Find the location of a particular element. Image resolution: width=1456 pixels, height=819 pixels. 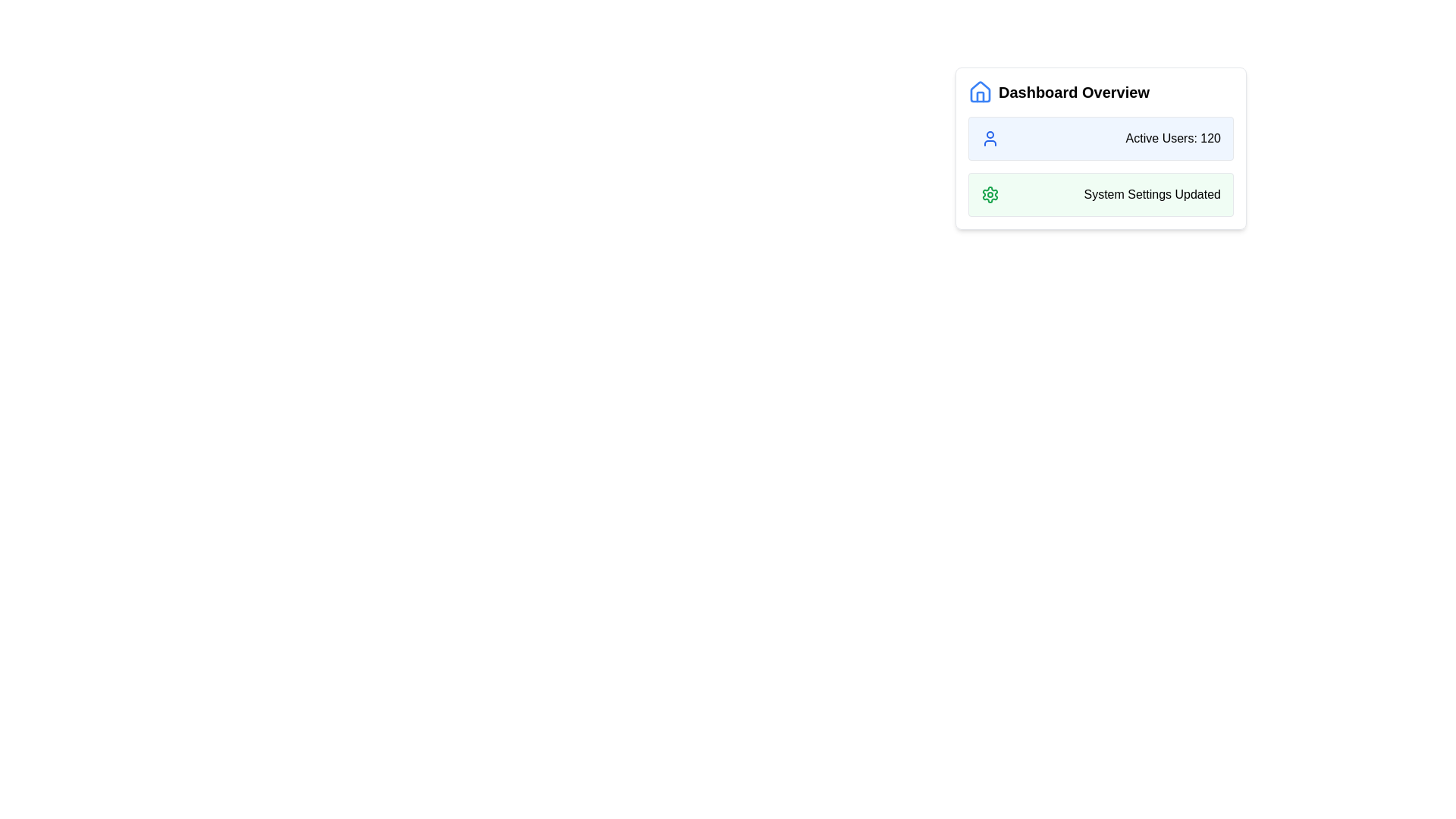

the 'Dashboard Overview' label, which is a prominent title next to a house icon, located in the upper portion of a card-like structure is located at coordinates (1073, 93).